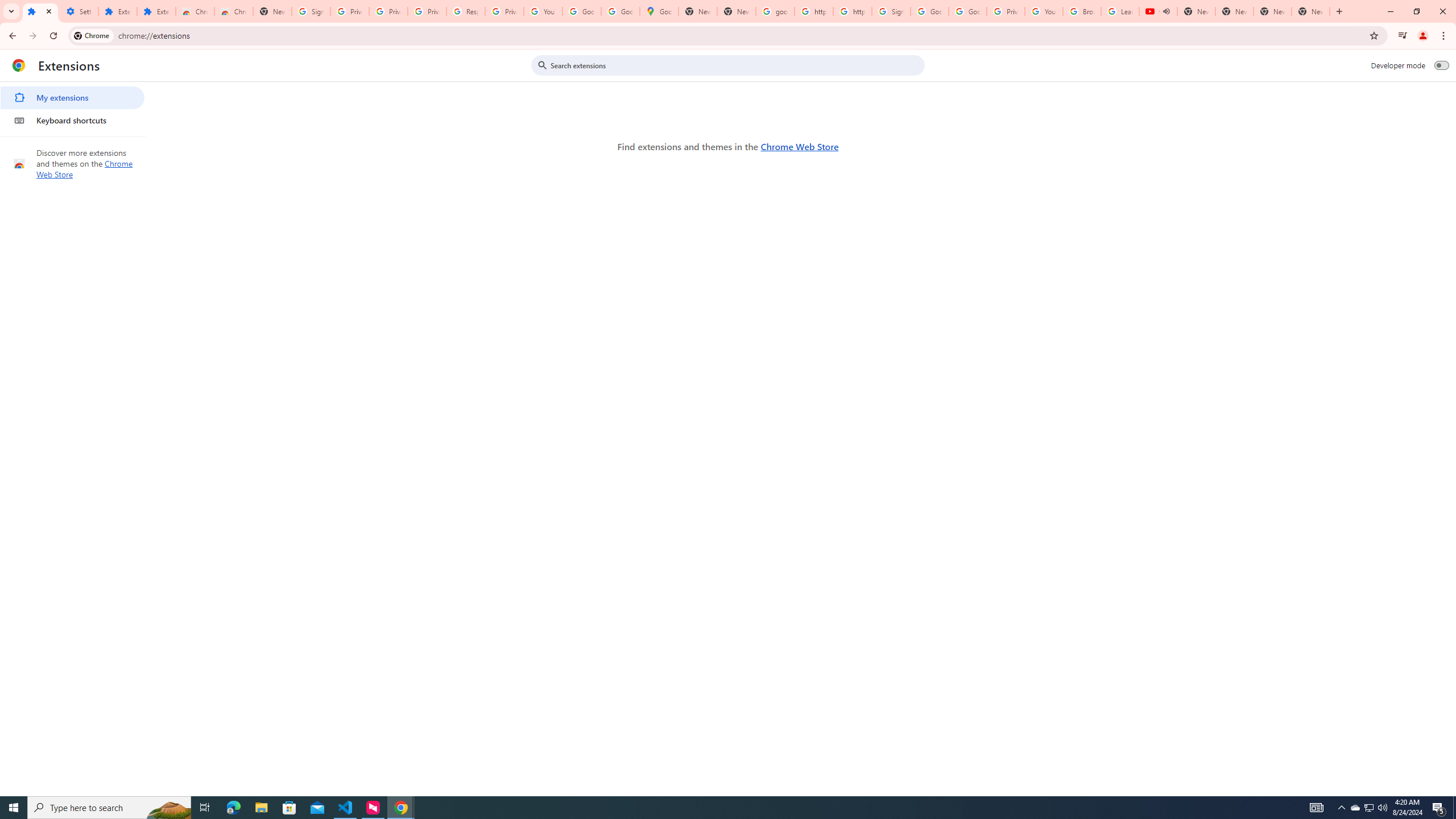  What do you see at coordinates (890, 11) in the screenshot?
I see `'Sign in - Google Accounts'` at bounding box center [890, 11].